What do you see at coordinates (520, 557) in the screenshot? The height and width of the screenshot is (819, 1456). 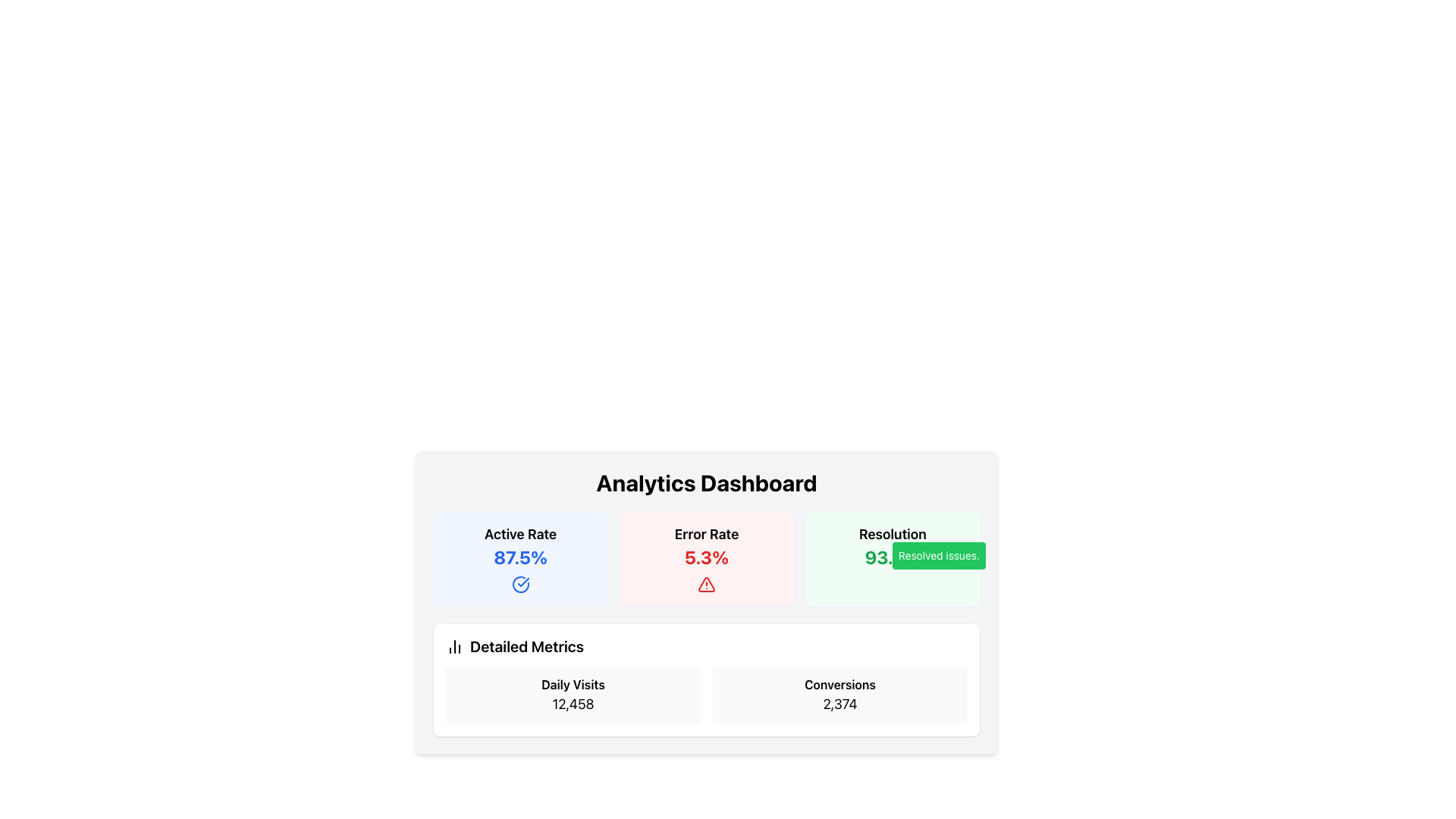 I see `the Statistical Metric Display that shows the active rate percentage, located below the 'Active Rate' label and above a circular checkmark icon` at bounding box center [520, 557].